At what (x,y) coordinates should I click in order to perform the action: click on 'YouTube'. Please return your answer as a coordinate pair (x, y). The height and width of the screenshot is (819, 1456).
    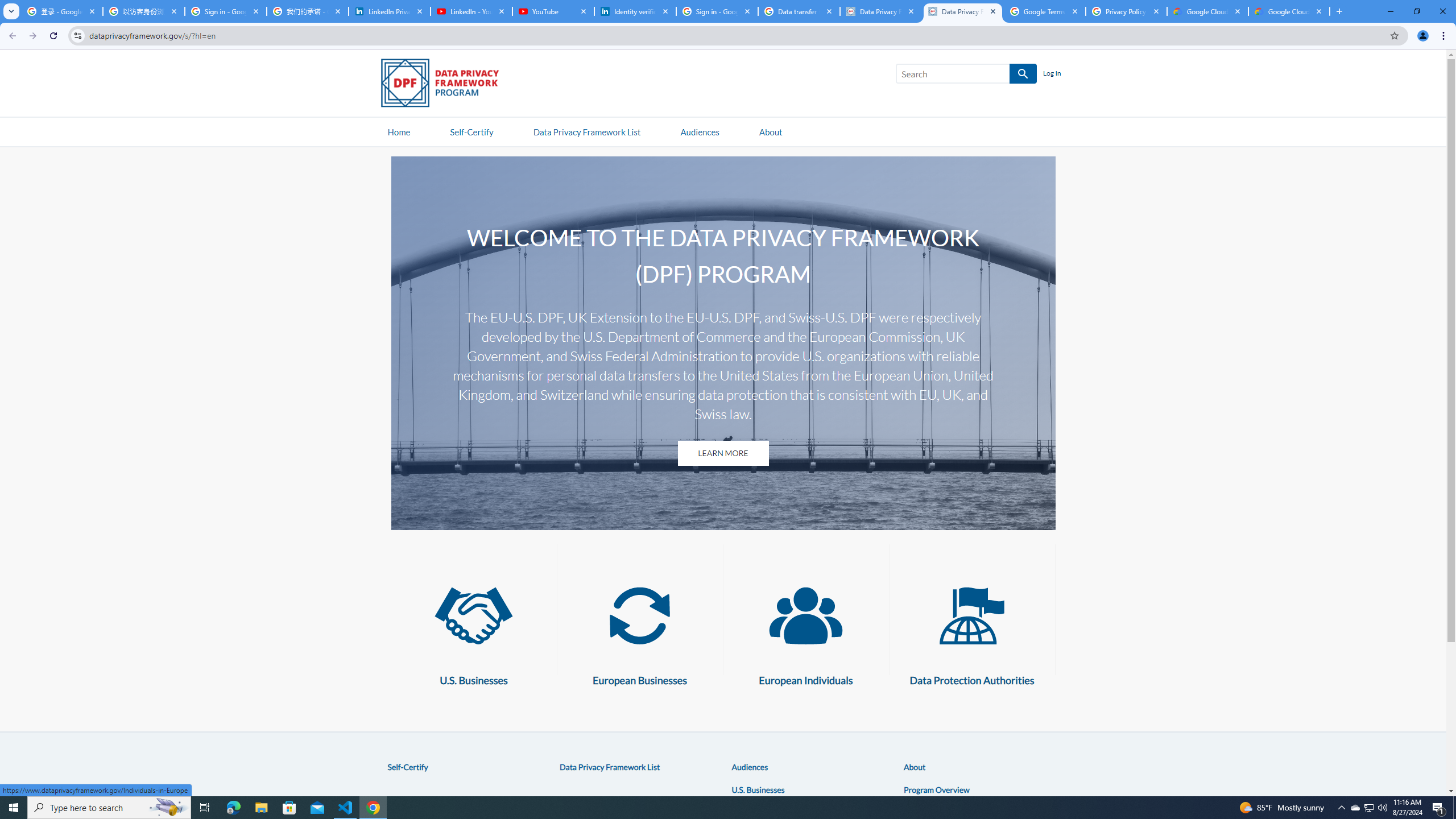
    Looking at the image, I should click on (552, 11).